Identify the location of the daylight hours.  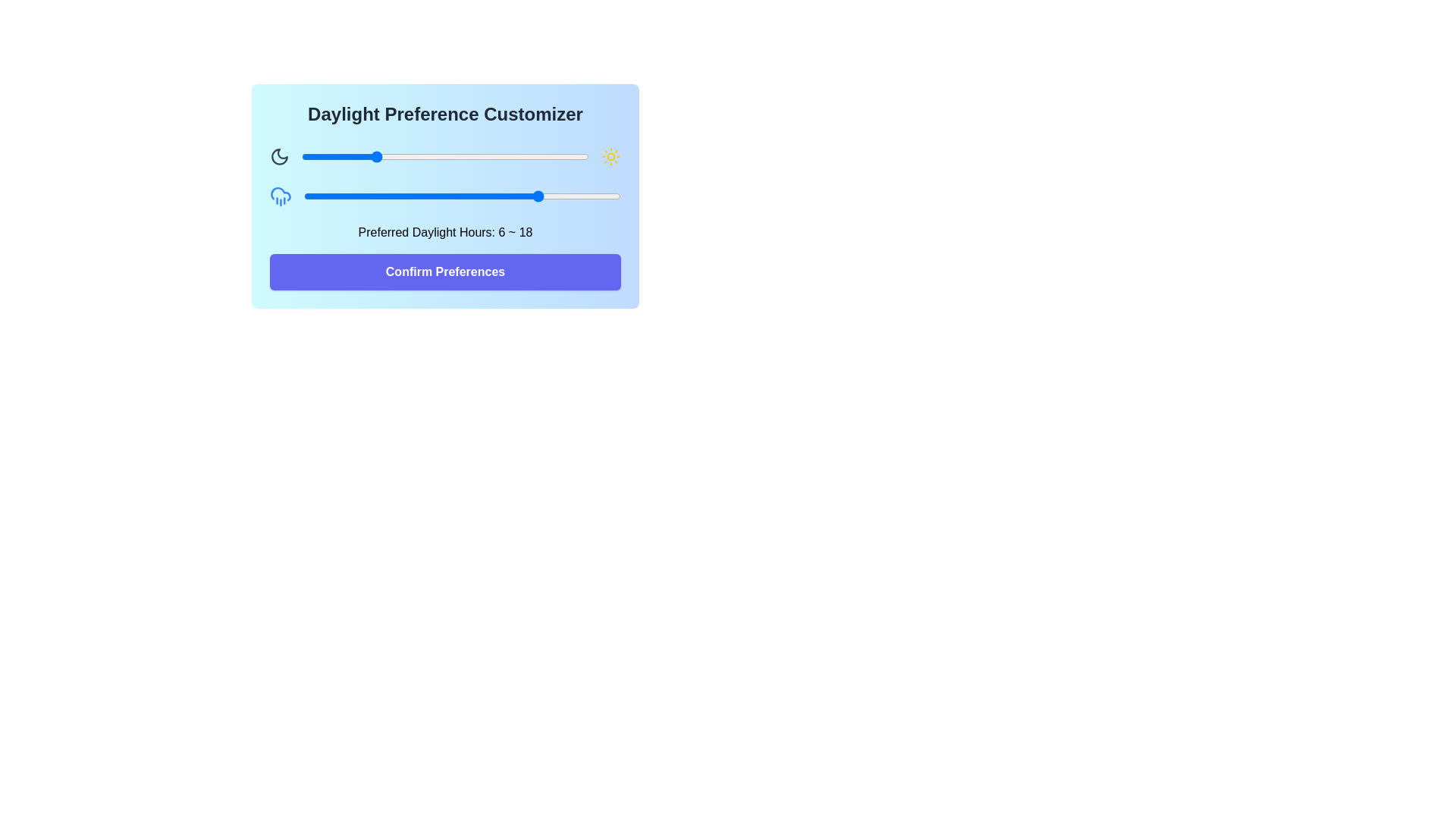
(517, 157).